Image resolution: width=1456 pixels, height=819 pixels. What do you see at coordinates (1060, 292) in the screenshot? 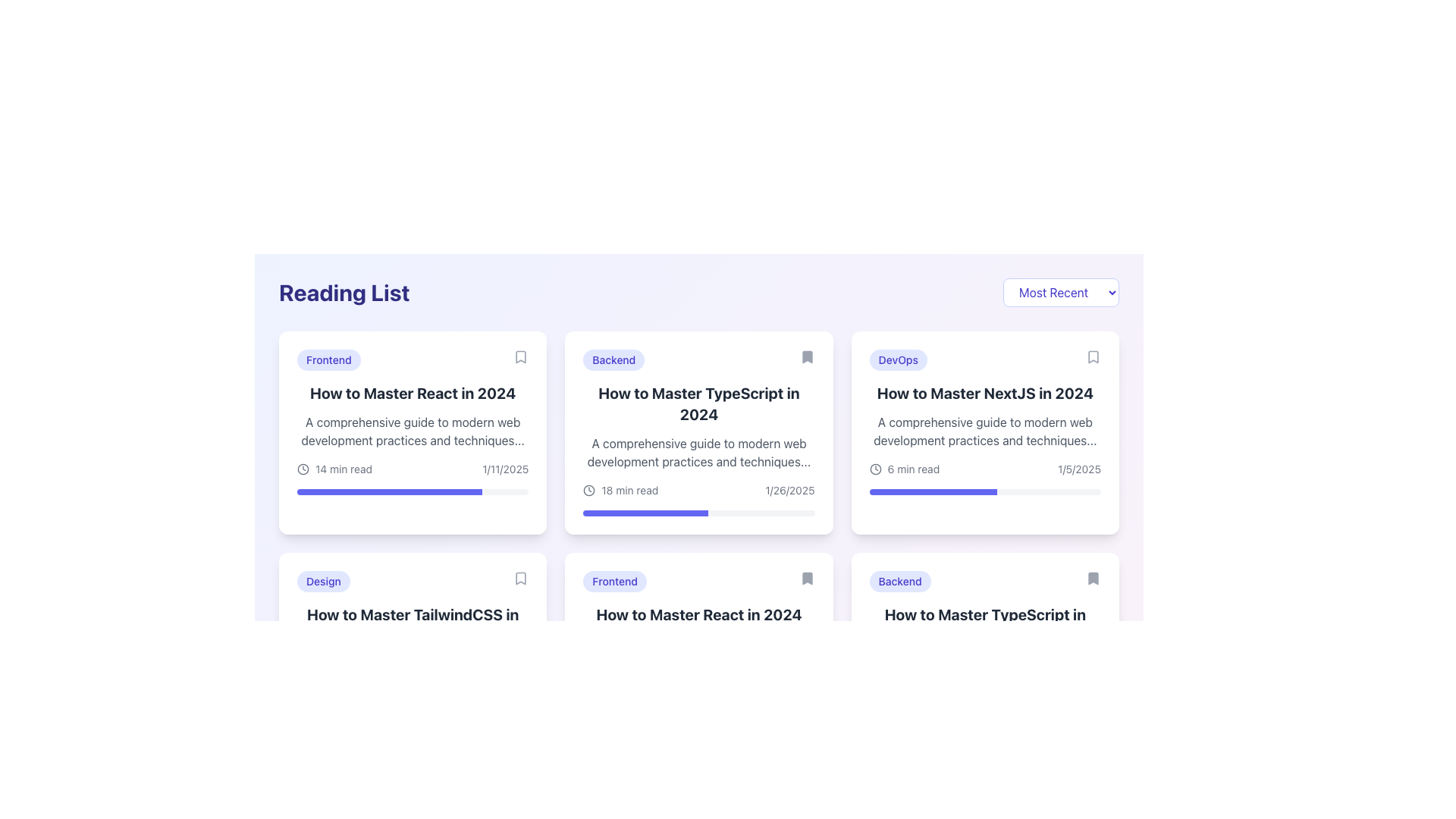
I see `the 'Most Recent' dropdown button located in the top-right corner of the 'Reading List' section` at bounding box center [1060, 292].